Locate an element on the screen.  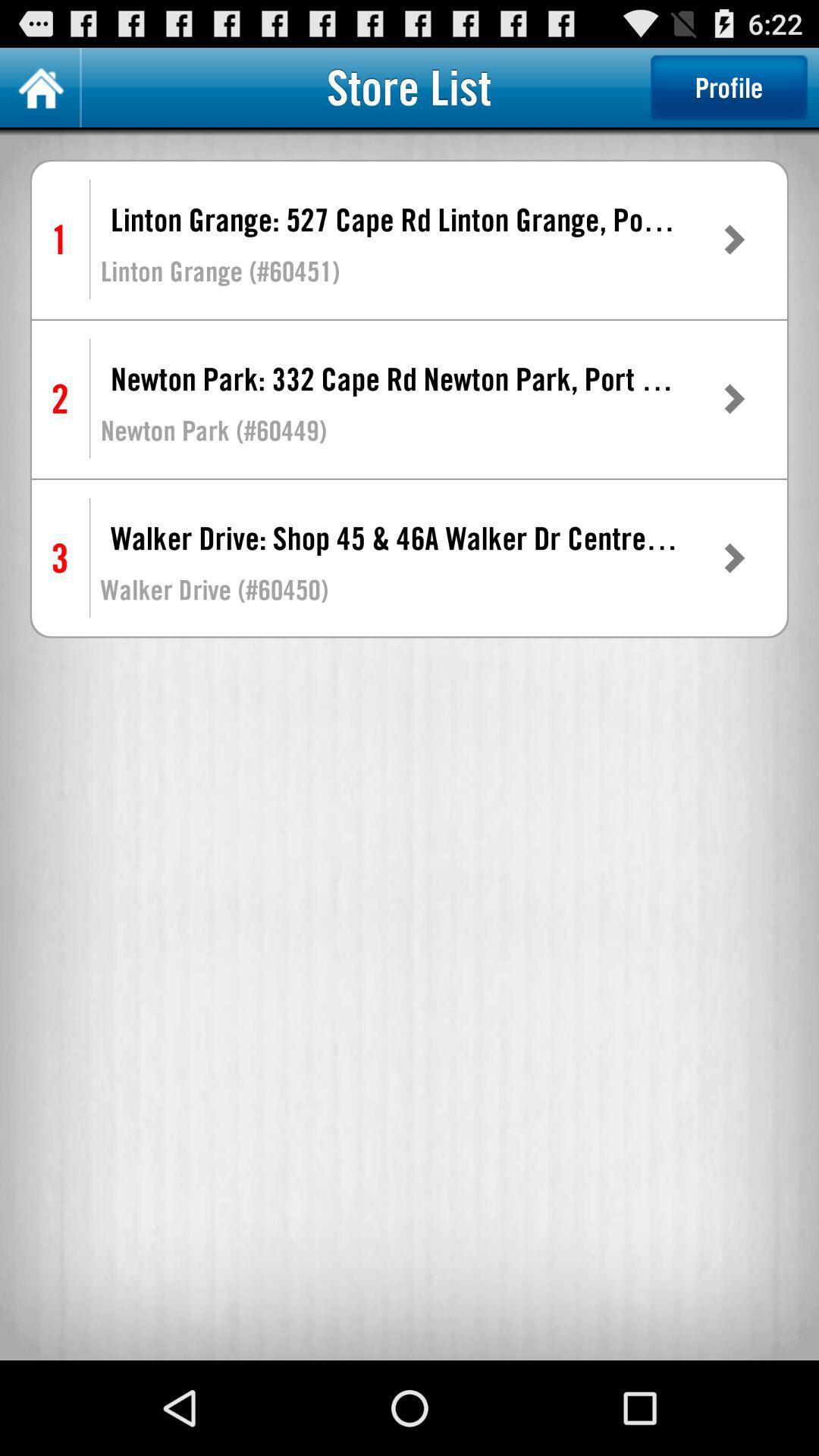
the item next to walker drive shop icon is located at coordinates (733, 557).